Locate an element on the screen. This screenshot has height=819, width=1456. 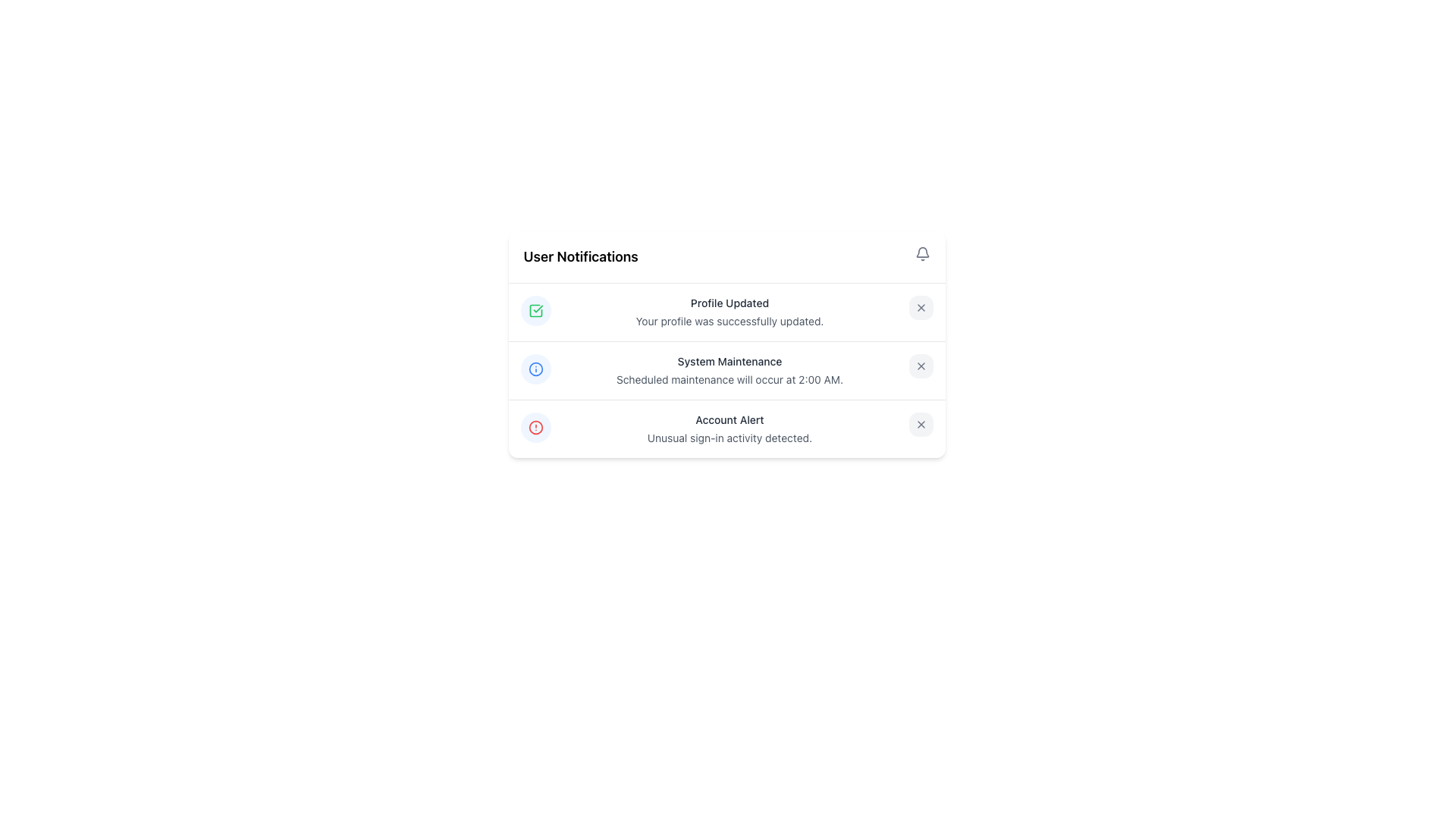
notification text 'Account Alert' and 'Unusual sign-in activity detected' from the third notification in the notification list is located at coordinates (730, 429).